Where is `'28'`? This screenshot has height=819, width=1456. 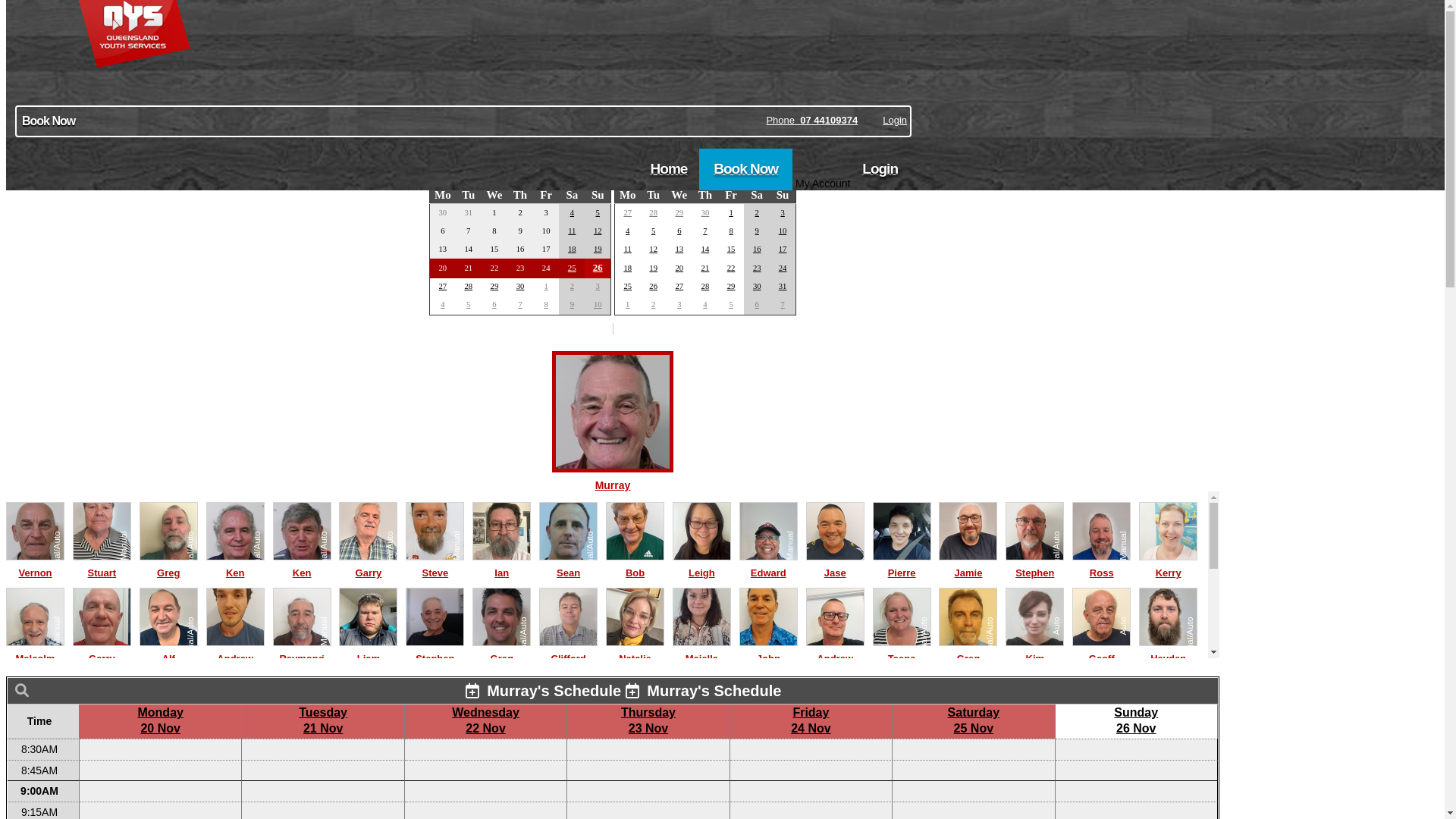
'28' is located at coordinates (704, 286).